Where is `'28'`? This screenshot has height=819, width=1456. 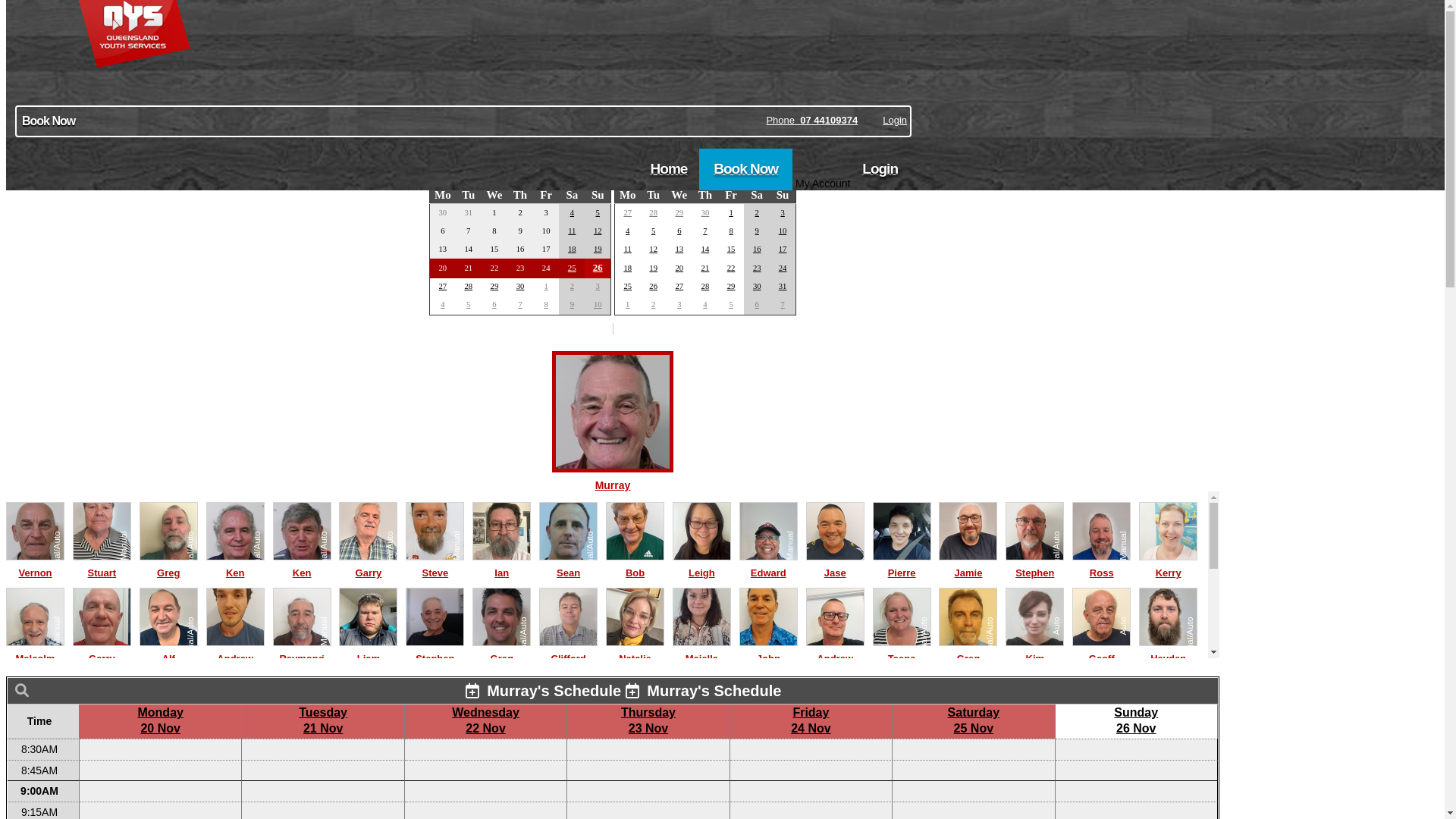
'28' is located at coordinates (704, 286).